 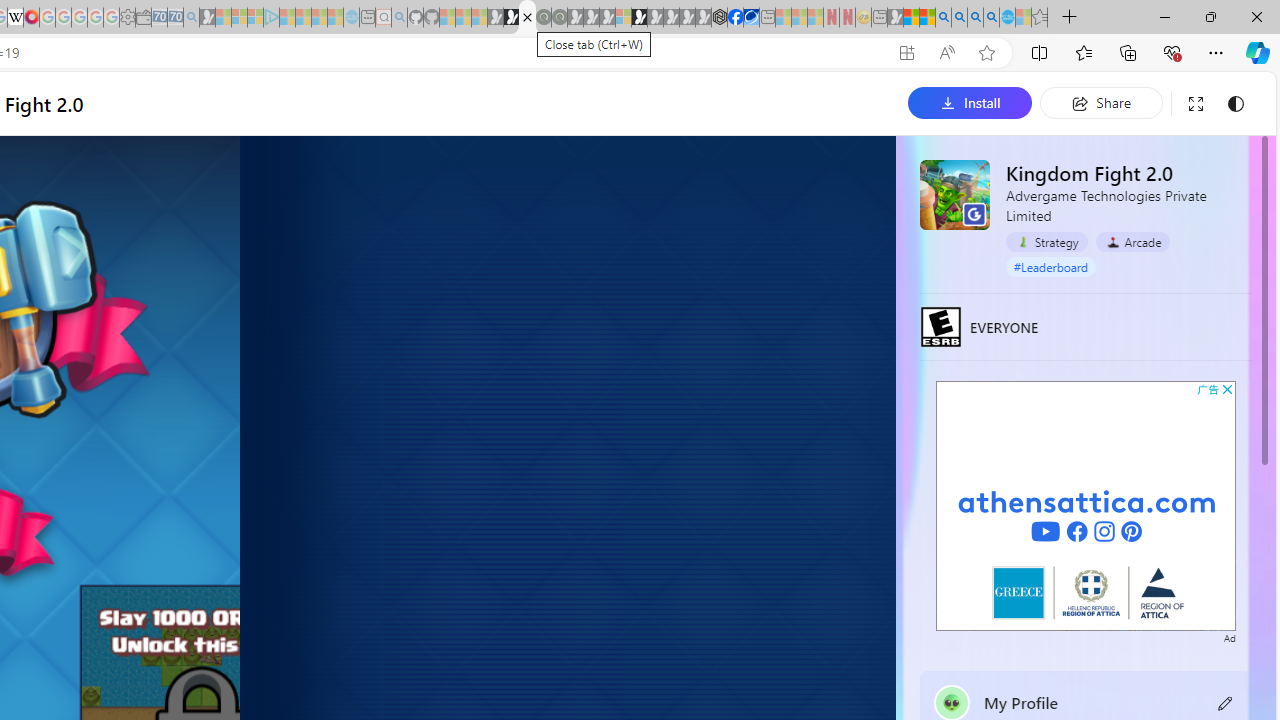 What do you see at coordinates (32, 17) in the screenshot?
I see `'MediaWiki'` at bounding box center [32, 17].